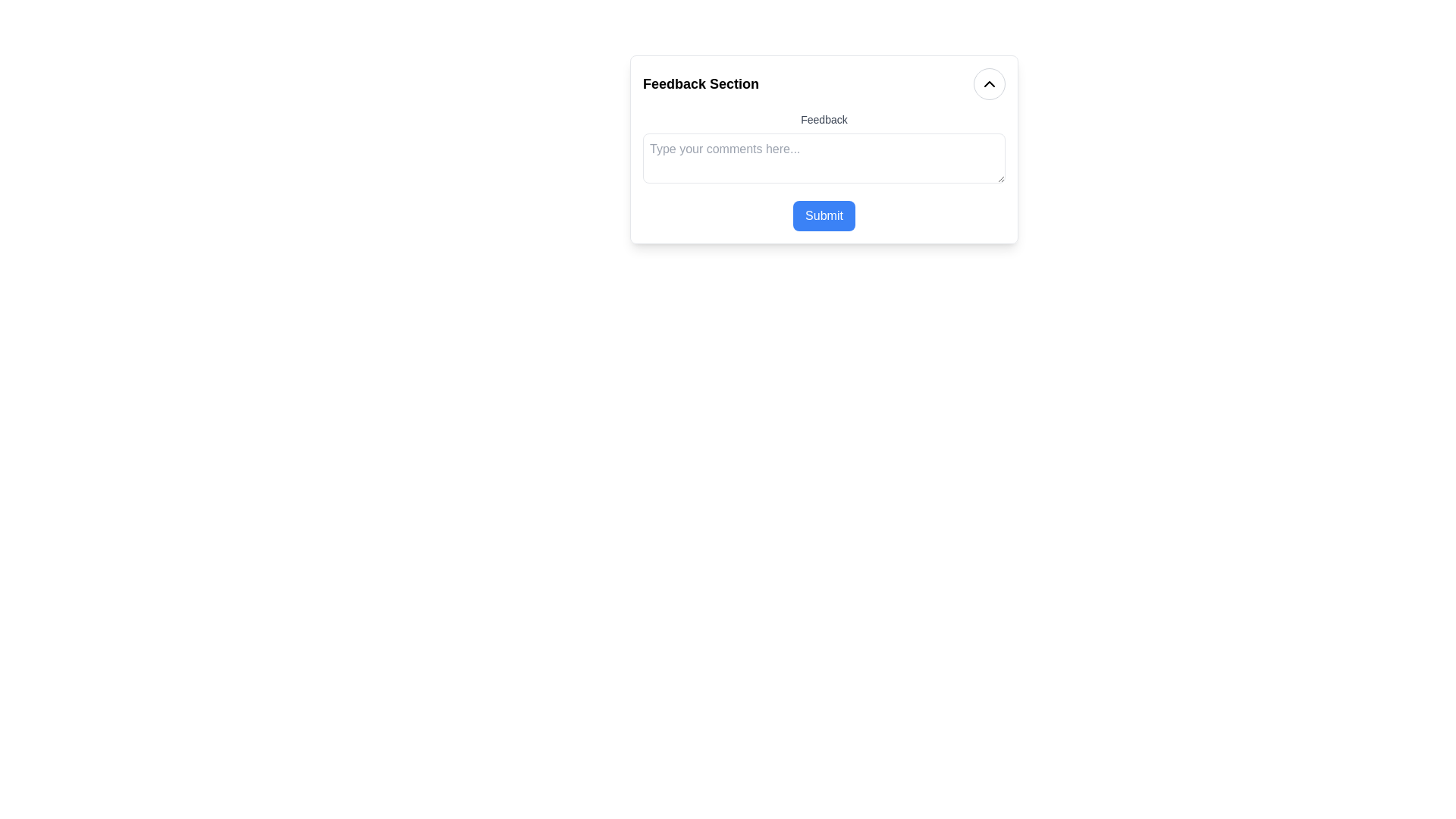  I want to click on the 'Feedback' label, which is a medium-sized gray textual label displayed in a block format, located at the top of the Feedback section above the comment input field, so click(823, 119).